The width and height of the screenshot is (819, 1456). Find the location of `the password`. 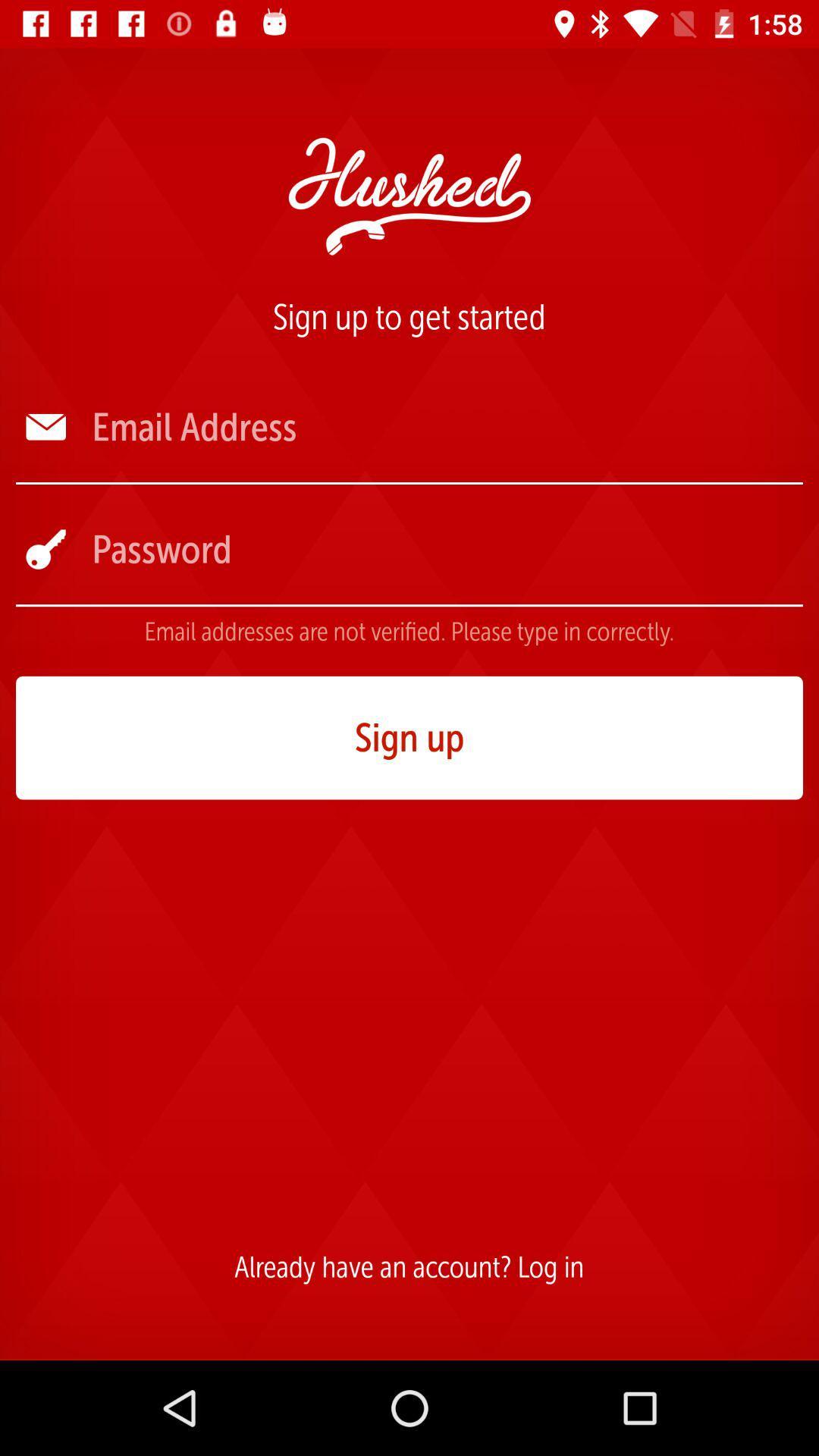

the password is located at coordinates (445, 548).